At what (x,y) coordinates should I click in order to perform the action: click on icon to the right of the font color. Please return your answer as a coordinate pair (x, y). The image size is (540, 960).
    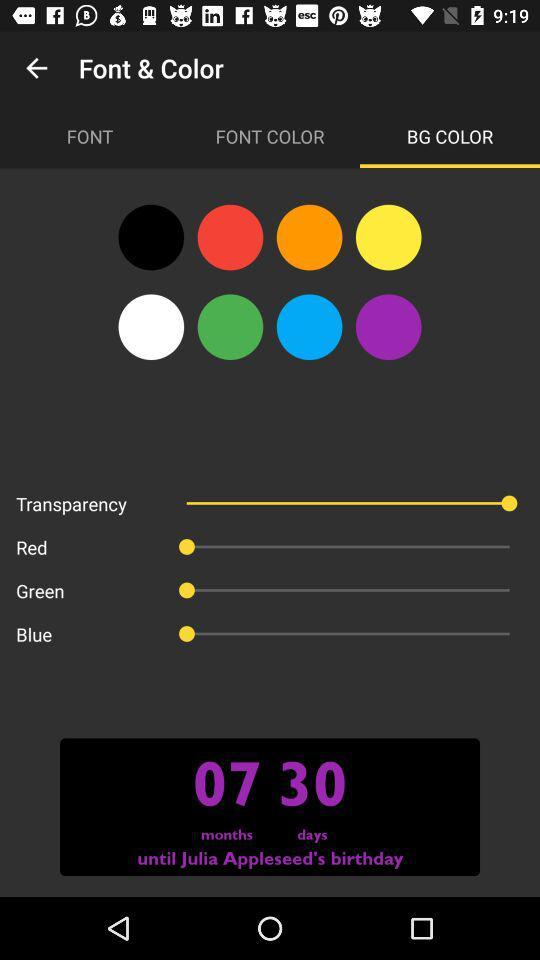
    Looking at the image, I should click on (449, 135).